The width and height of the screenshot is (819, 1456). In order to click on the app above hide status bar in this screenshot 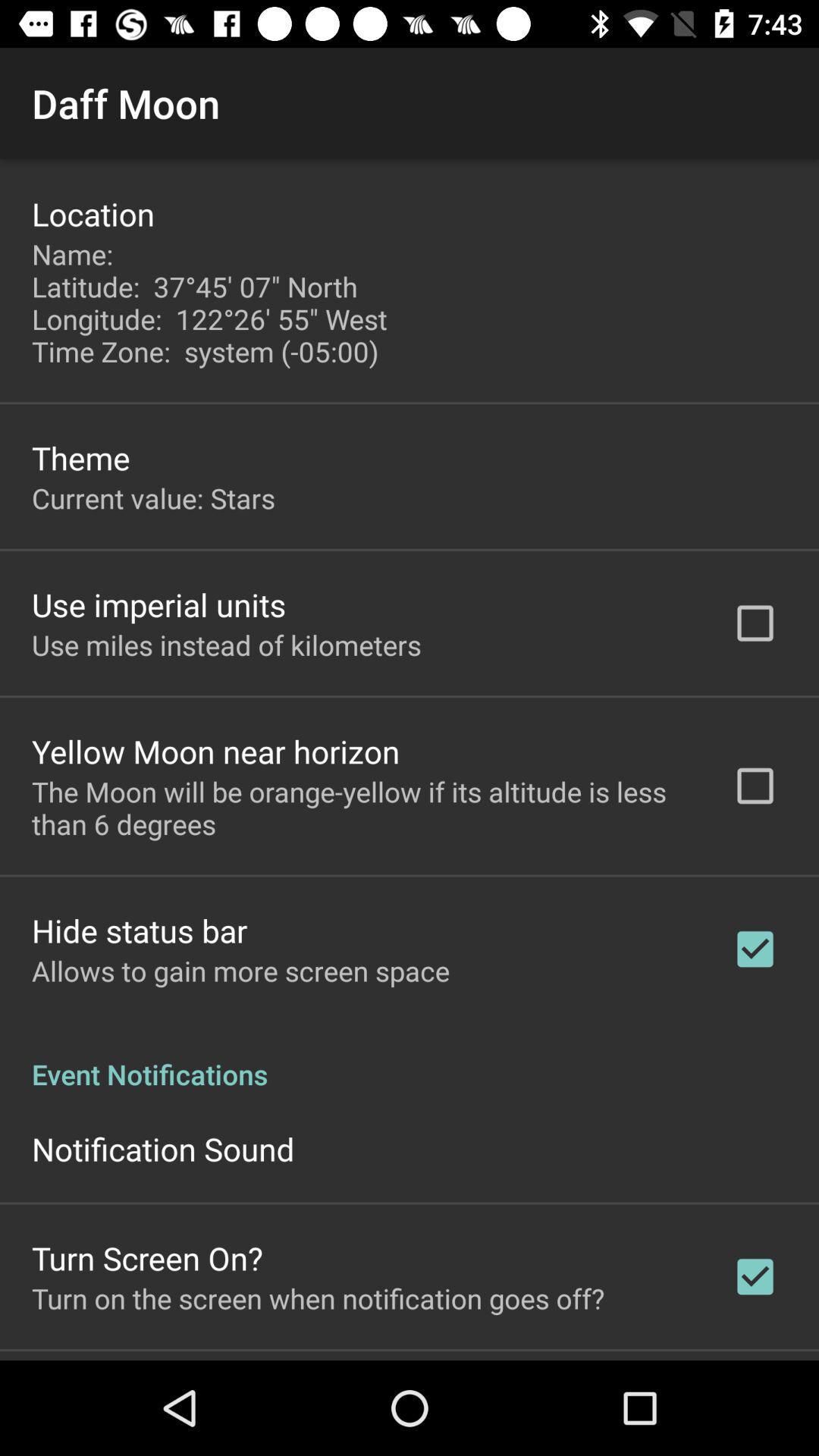, I will do `click(362, 807)`.